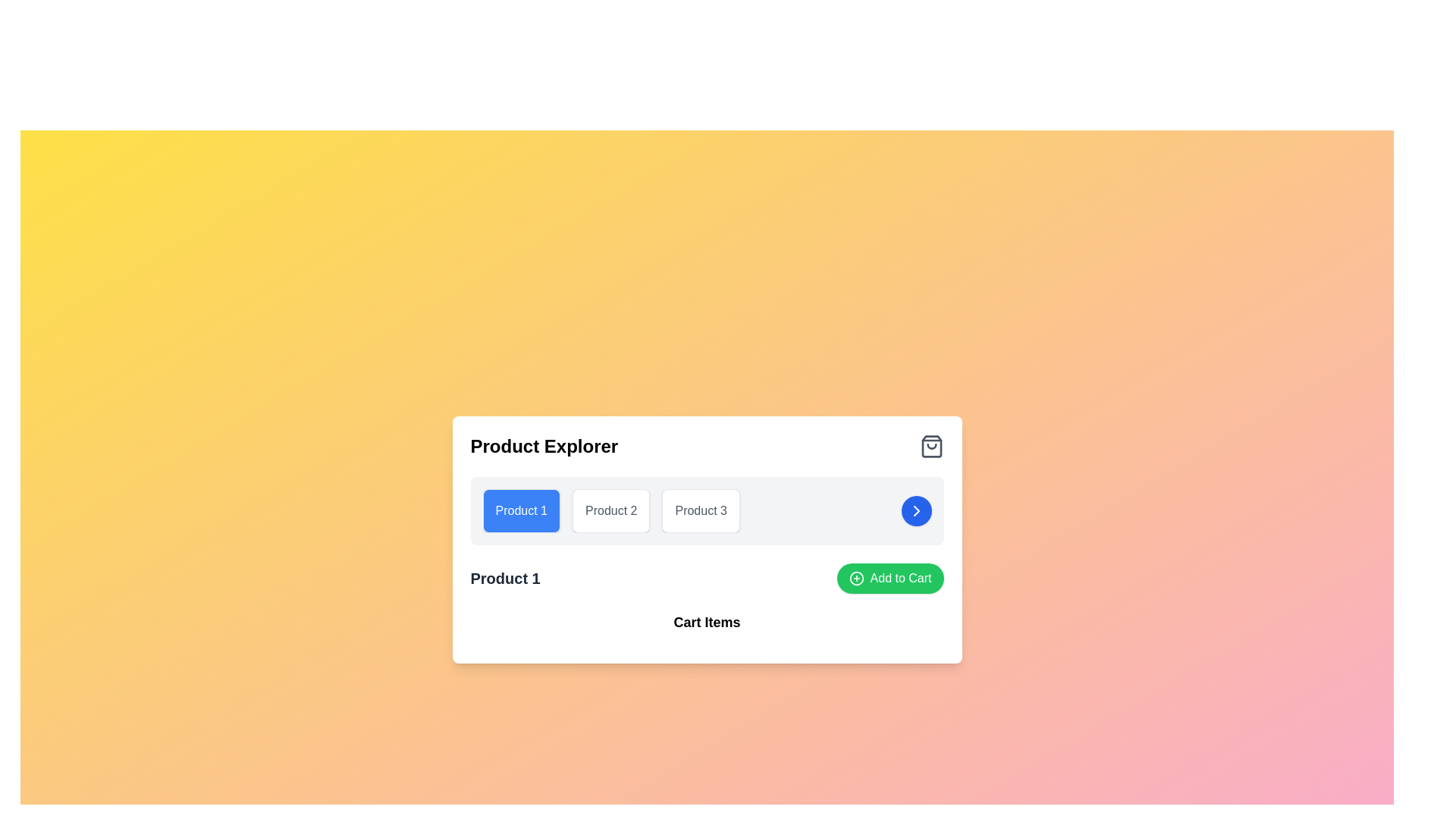 The image size is (1456, 819). What do you see at coordinates (706, 623) in the screenshot?
I see `the 'Cart Items' text label, which is displayed in a bold and slightly larger font size, located below the 'Product Explorer' section` at bounding box center [706, 623].